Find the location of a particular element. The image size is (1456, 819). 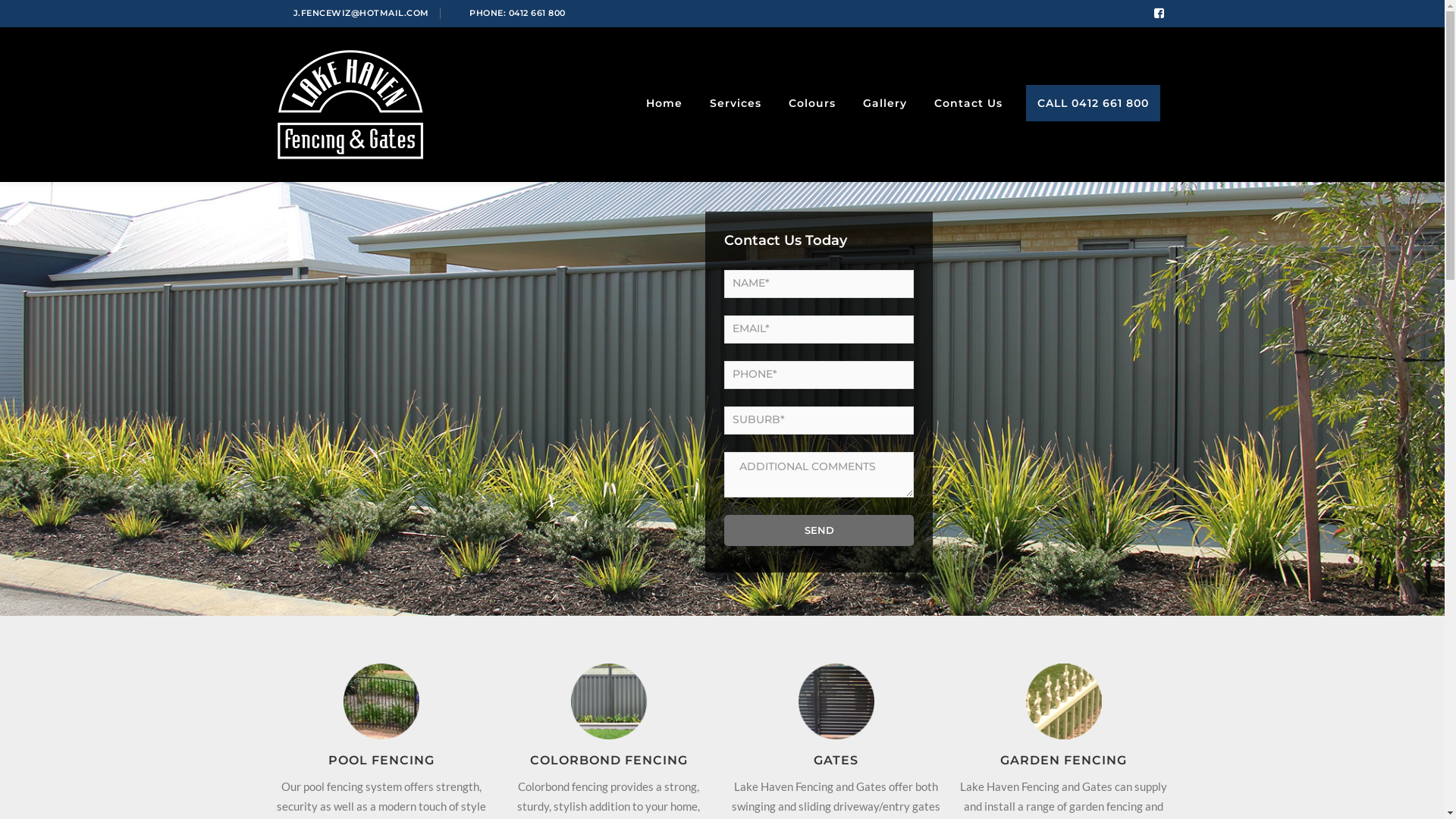

'Services' is located at coordinates (735, 102).